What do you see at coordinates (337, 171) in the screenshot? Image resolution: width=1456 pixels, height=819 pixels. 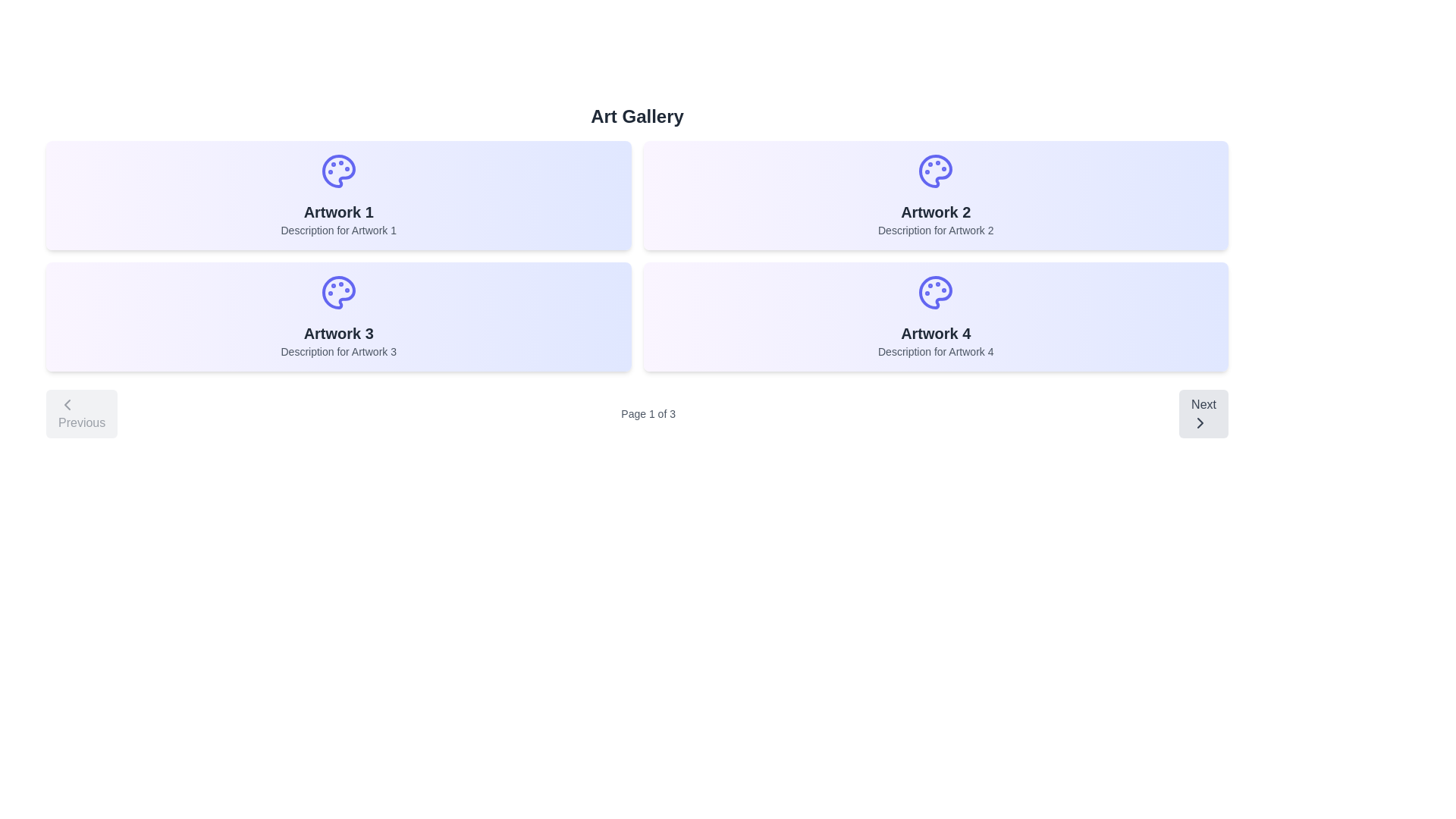 I see `the artistic theme icon located in the top-left card labeled 'Artwork 1', which is centered above the text within the card` at bounding box center [337, 171].